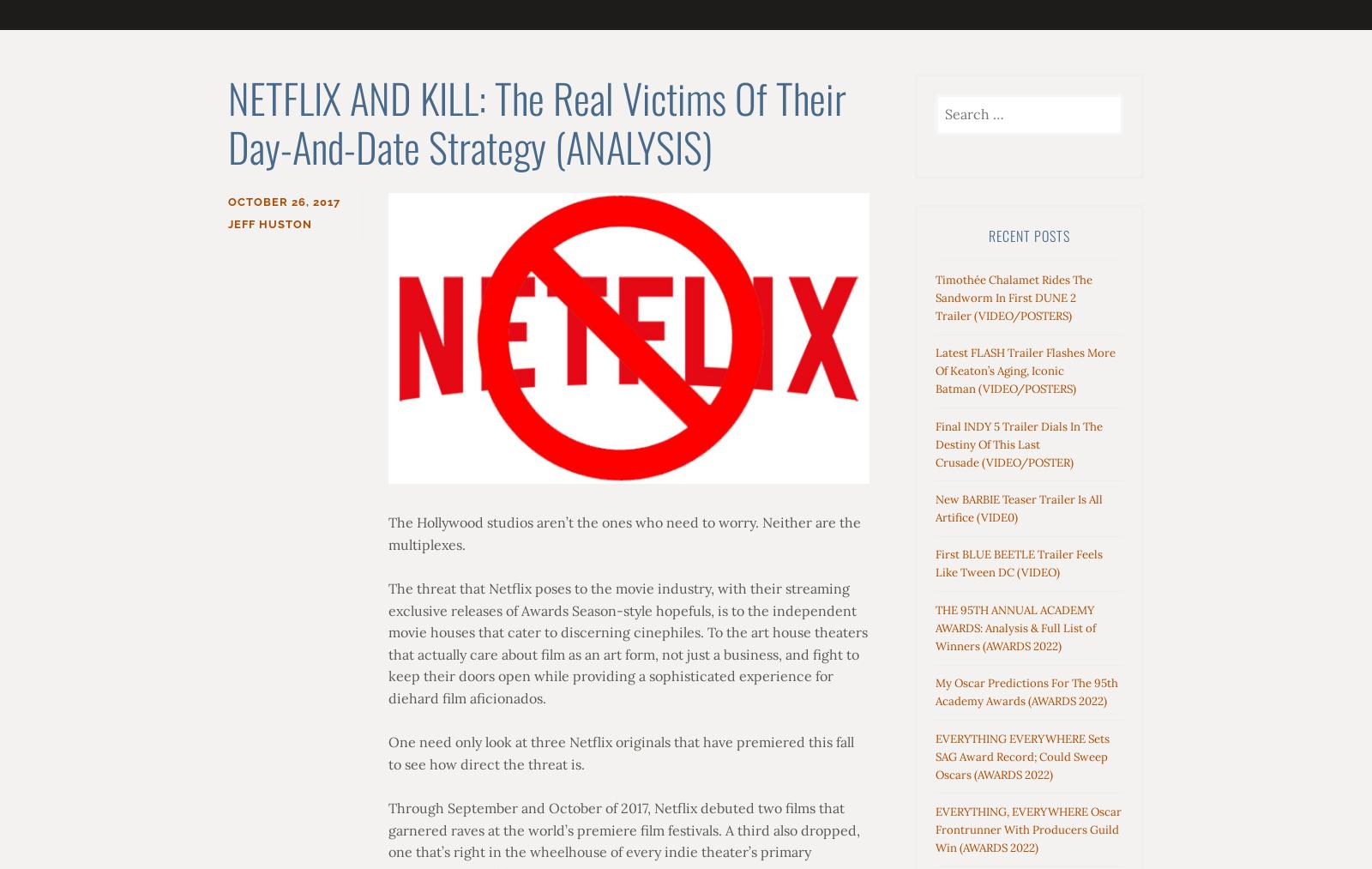 The width and height of the screenshot is (1372, 869). What do you see at coordinates (1026, 691) in the screenshot?
I see `'My Oscar Predictions For The 95th Academy Awards (AWARDS 2022)'` at bounding box center [1026, 691].